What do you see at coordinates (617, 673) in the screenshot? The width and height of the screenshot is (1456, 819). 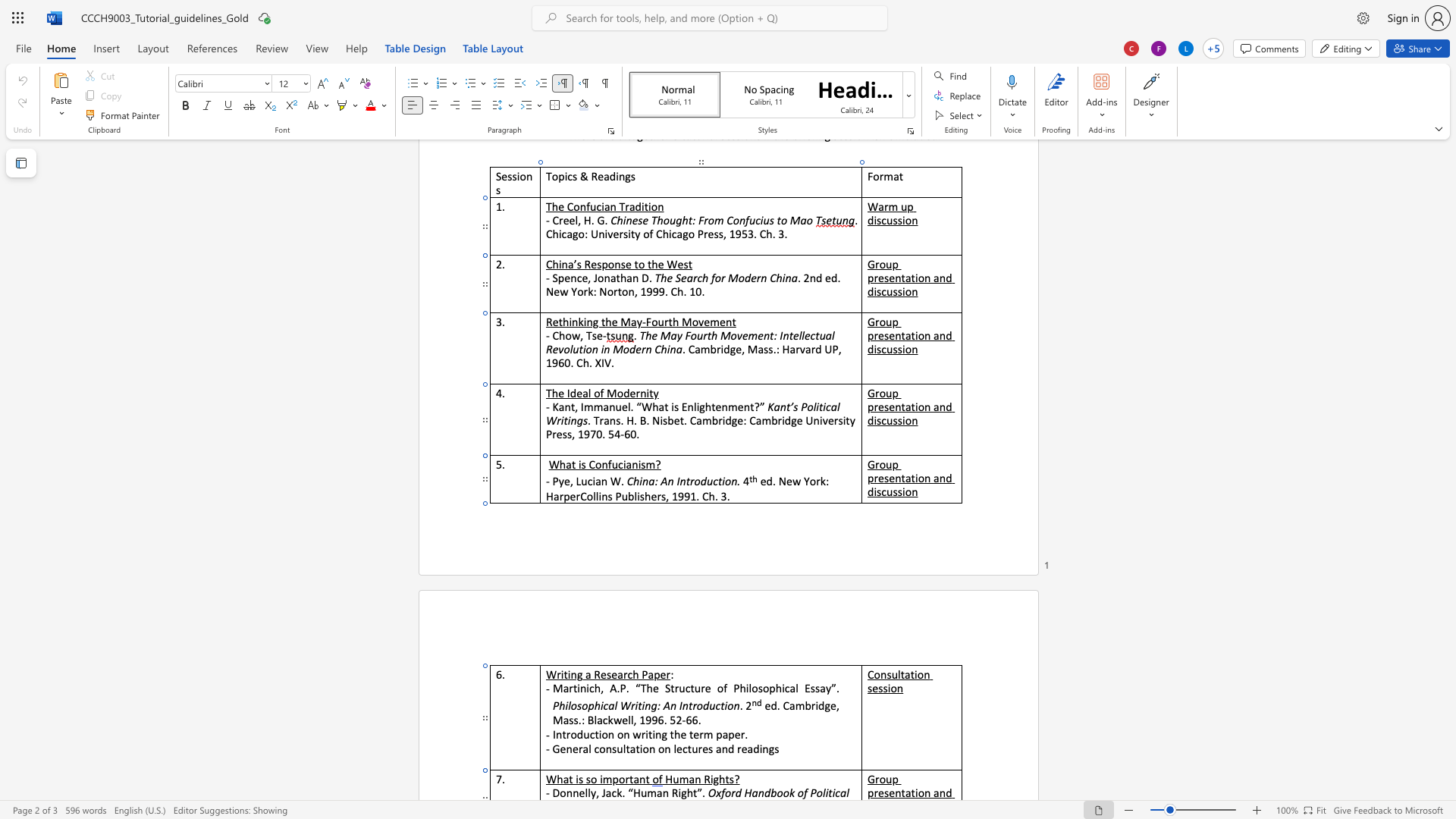 I see `the space between the continuous character "e" and "a" in the text` at bounding box center [617, 673].